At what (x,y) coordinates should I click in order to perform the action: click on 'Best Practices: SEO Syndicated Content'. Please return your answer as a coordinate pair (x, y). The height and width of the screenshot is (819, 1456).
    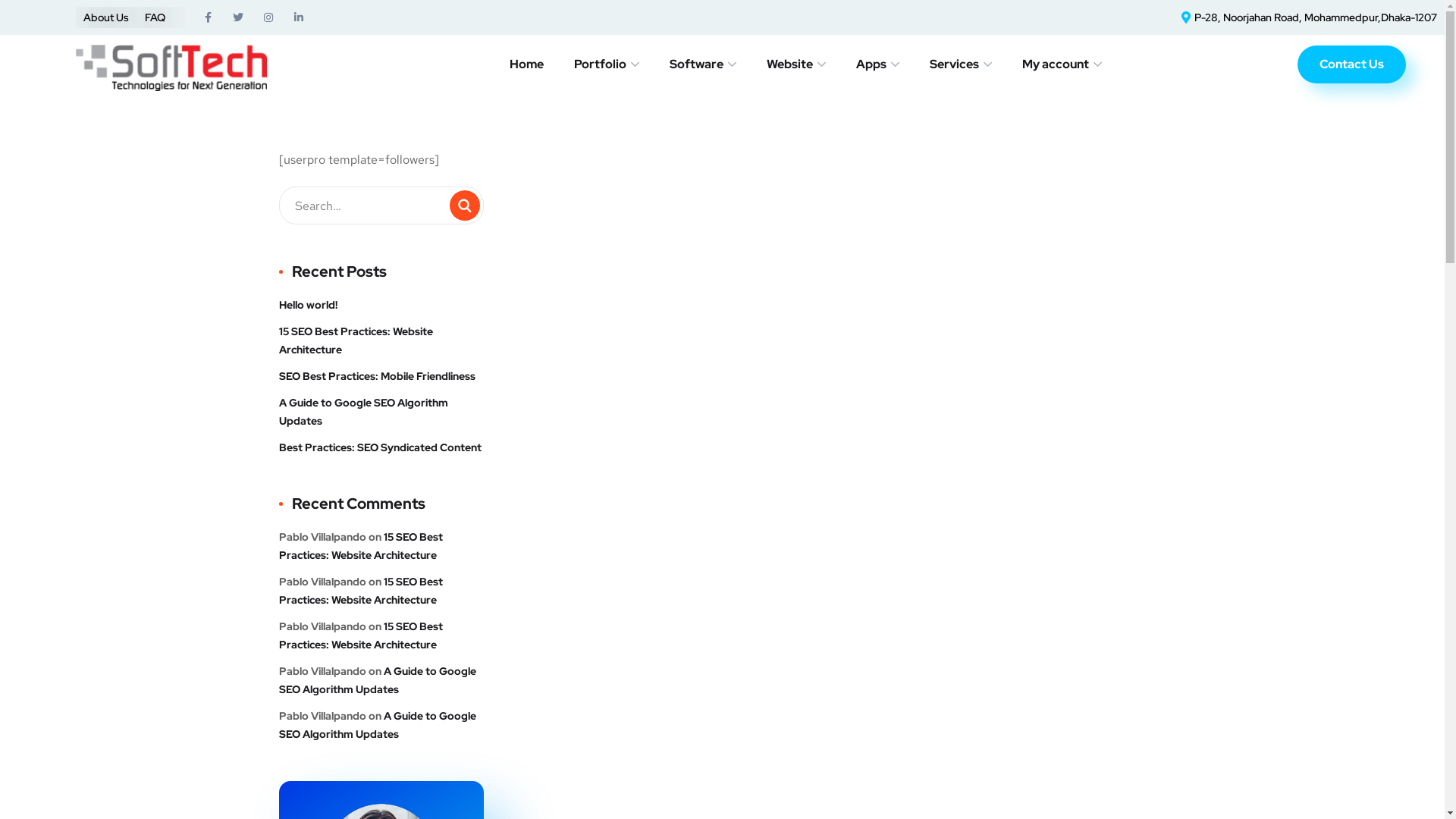
    Looking at the image, I should click on (380, 447).